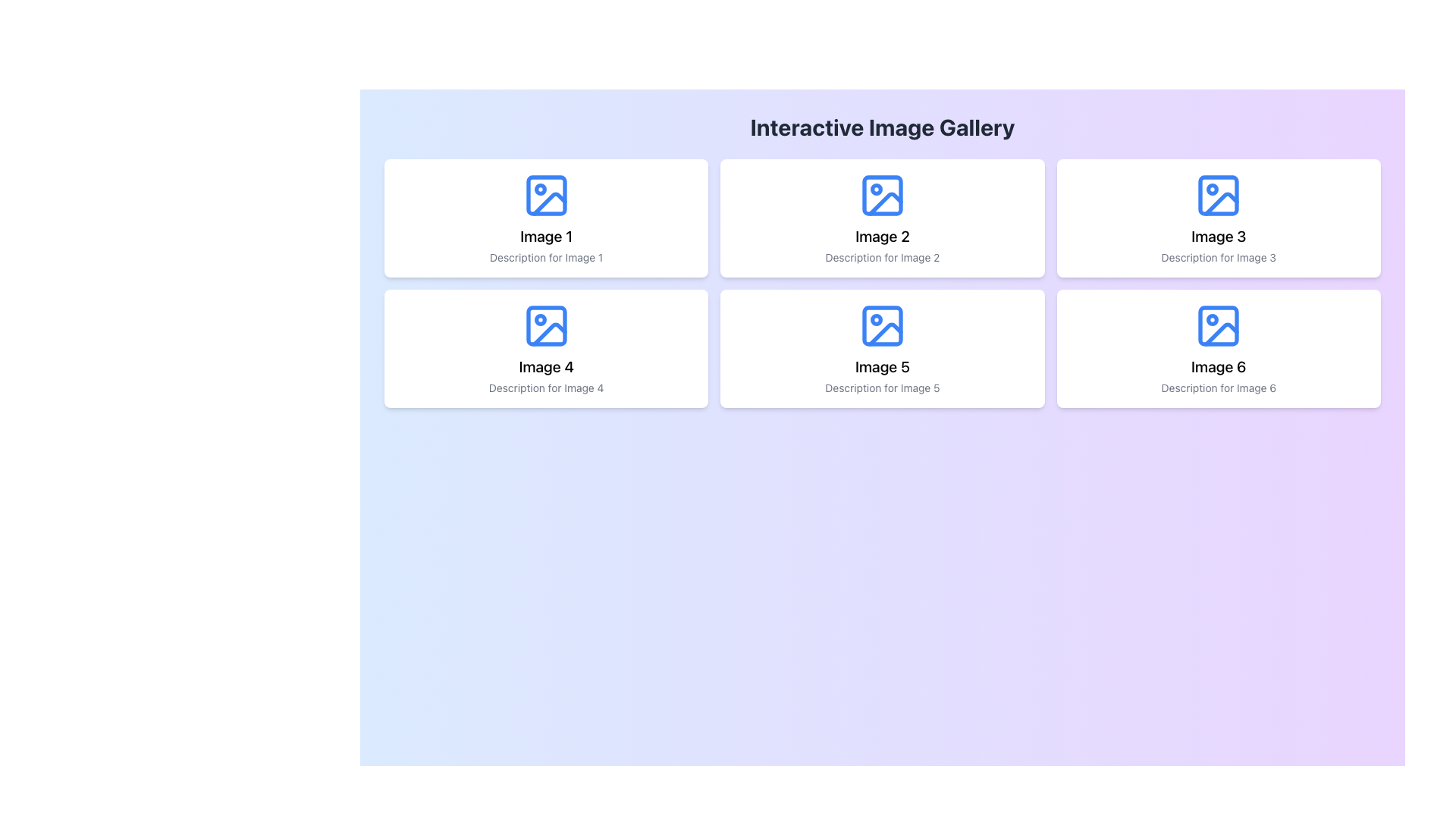 The image size is (1456, 819). What do you see at coordinates (882, 218) in the screenshot?
I see `the second card element in a grid layout, which has a white background, a blue image icon, bold black text 'Image 2', and a gray description 'Description for Image 2'` at bounding box center [882, 218].